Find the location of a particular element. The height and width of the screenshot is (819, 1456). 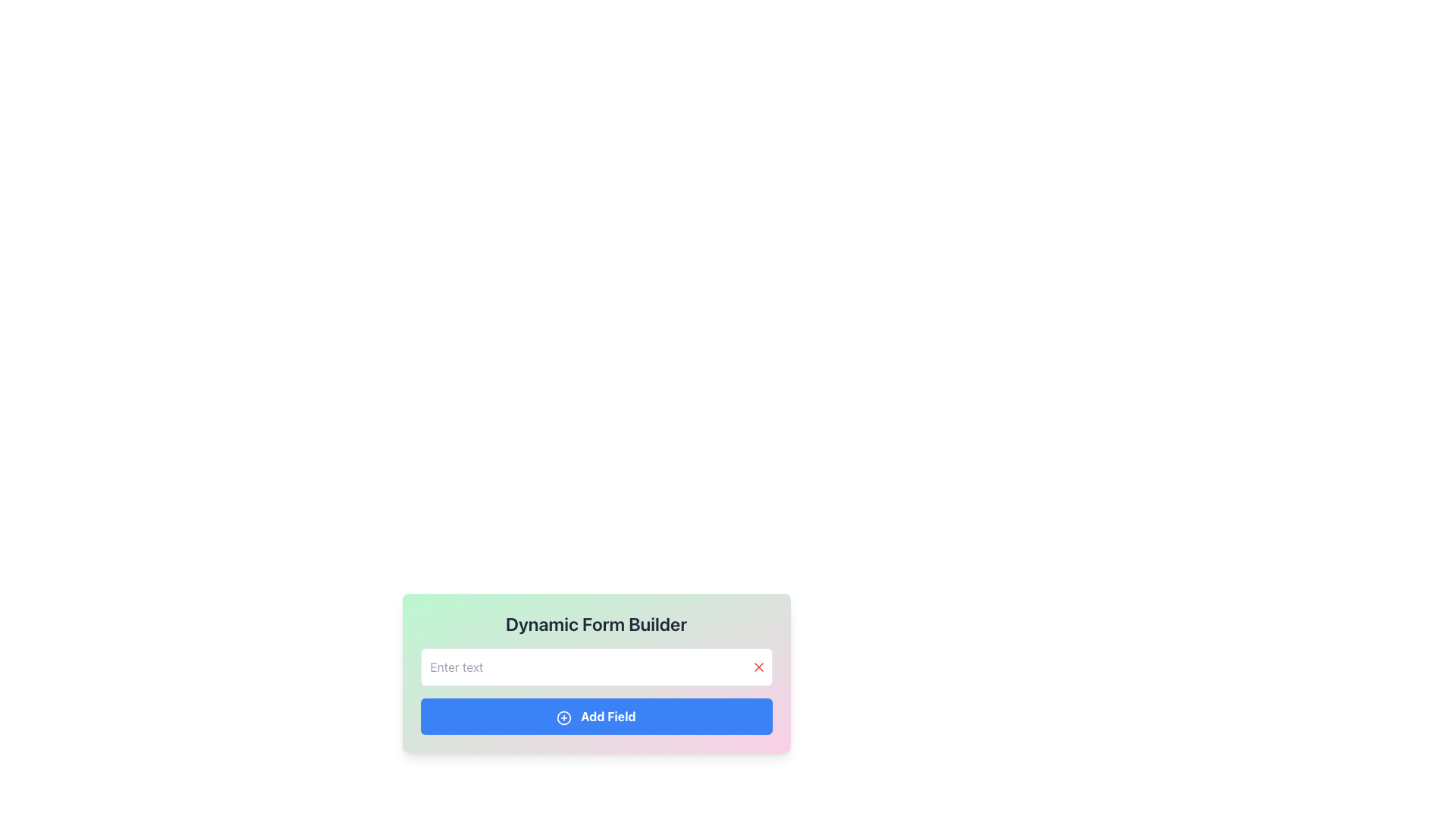

the close icon located at the far right of the text input field to clear the associated text input is located at coordinates (758, 666).